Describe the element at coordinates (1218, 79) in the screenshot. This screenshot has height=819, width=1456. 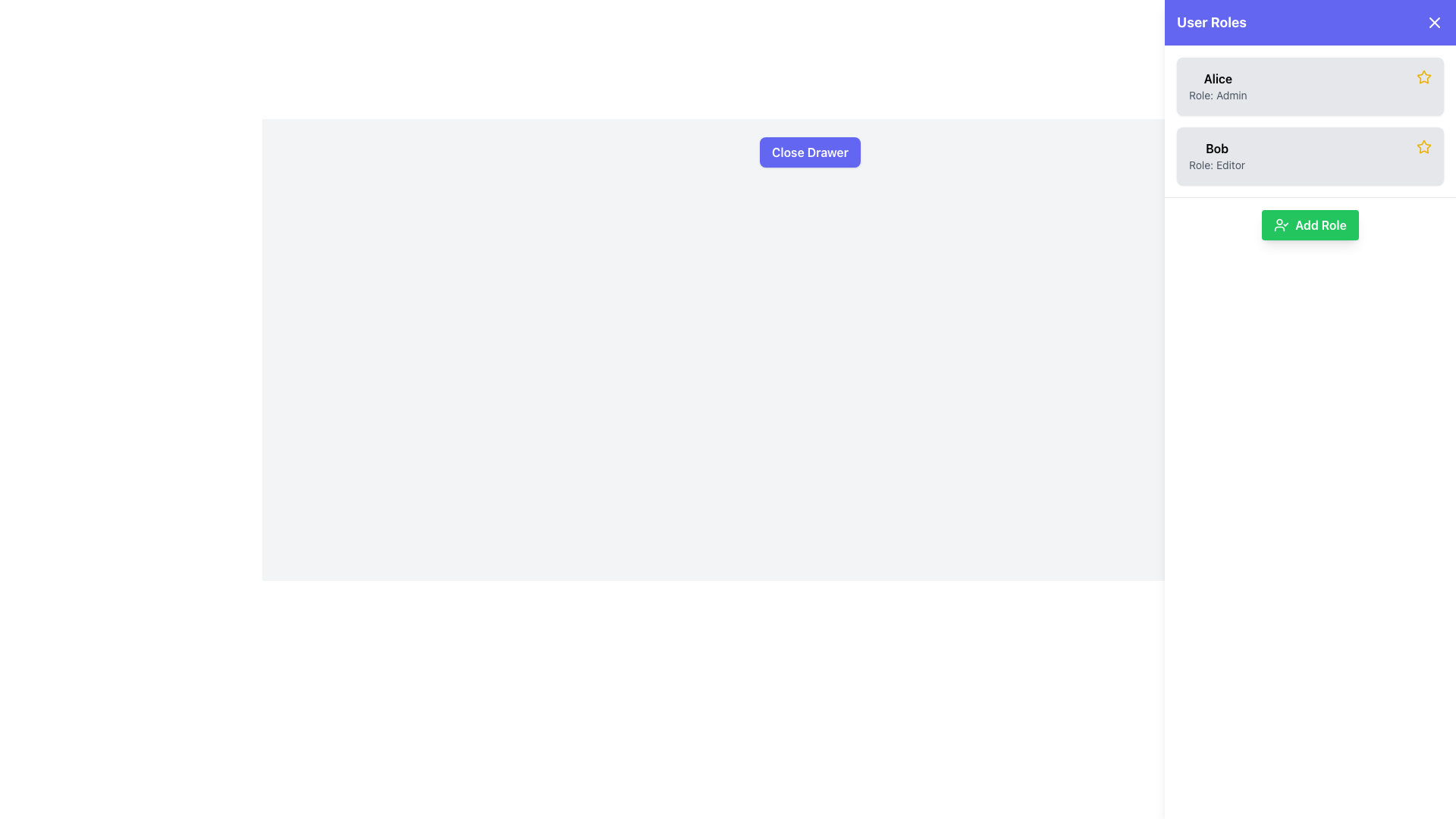
I see `the bold text element displaying the name 'Alice', which is the first item in the 'User Roles' section, positioned above the 'Admin' role text` at that location.